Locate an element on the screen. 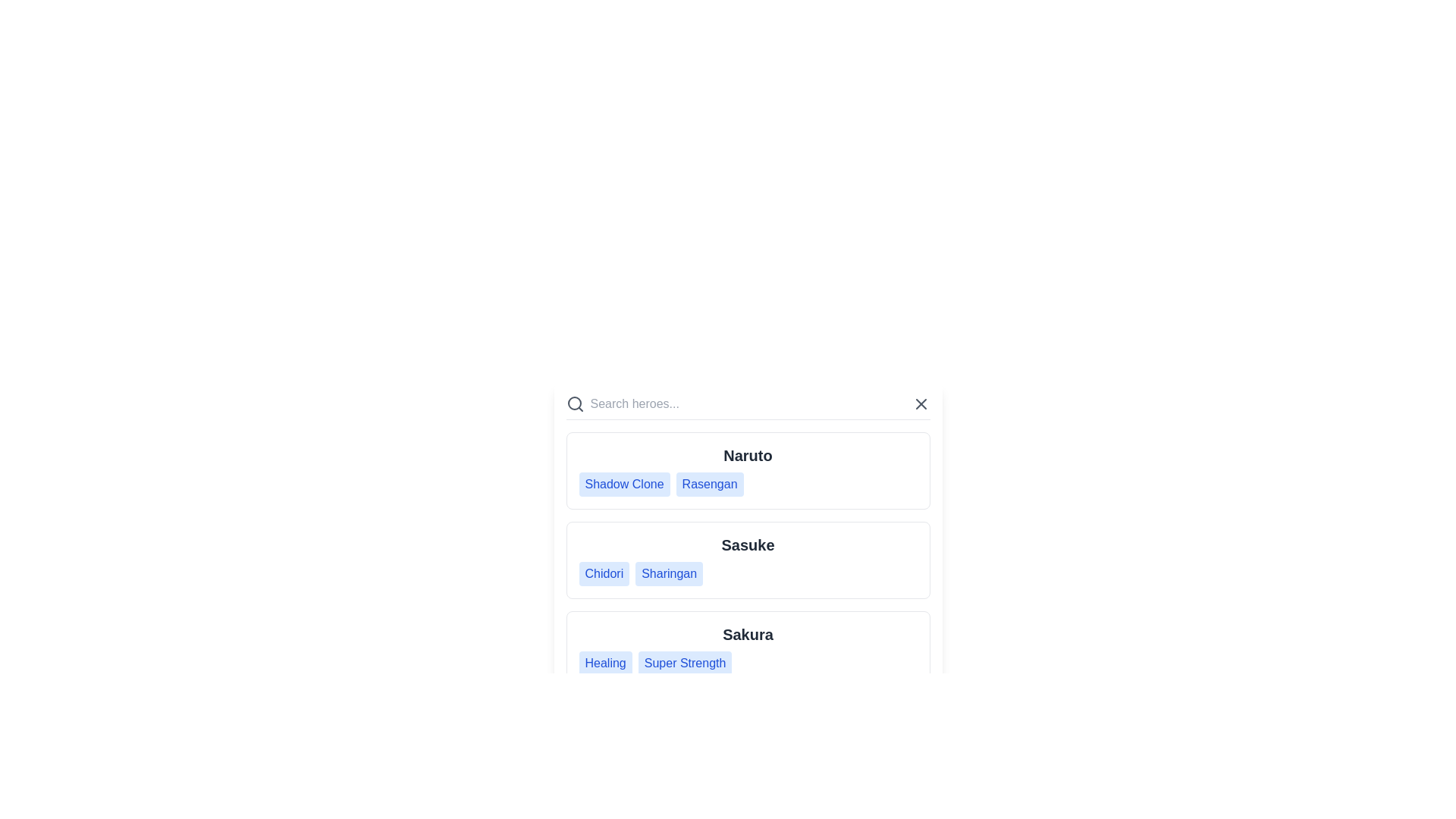  the close or delete icon located in the top-right corner of the interface, near the 'Search heroes...' text input field is located at coordinates (920, 403).